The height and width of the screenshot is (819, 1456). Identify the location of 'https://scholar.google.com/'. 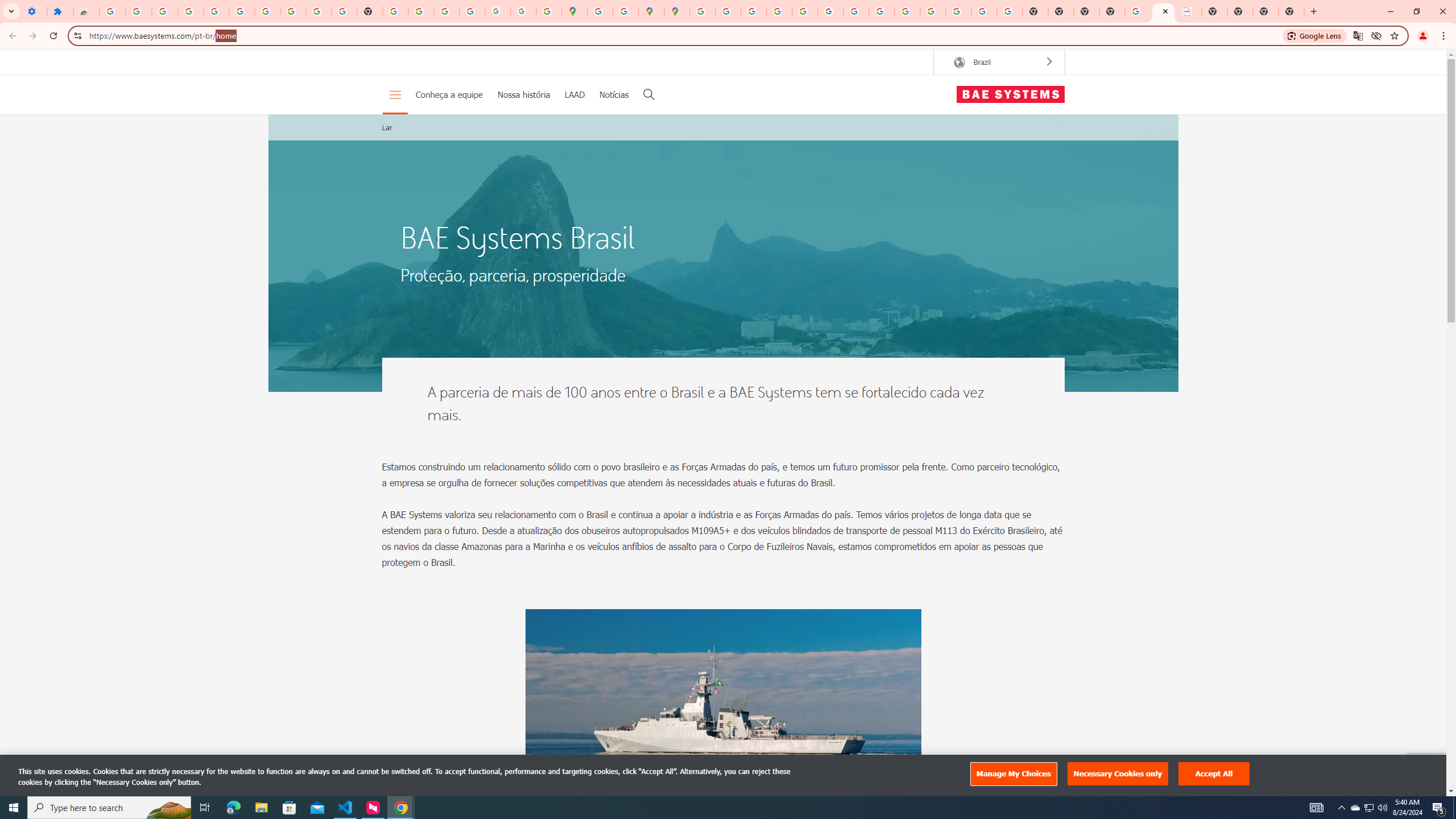
(395, 11).